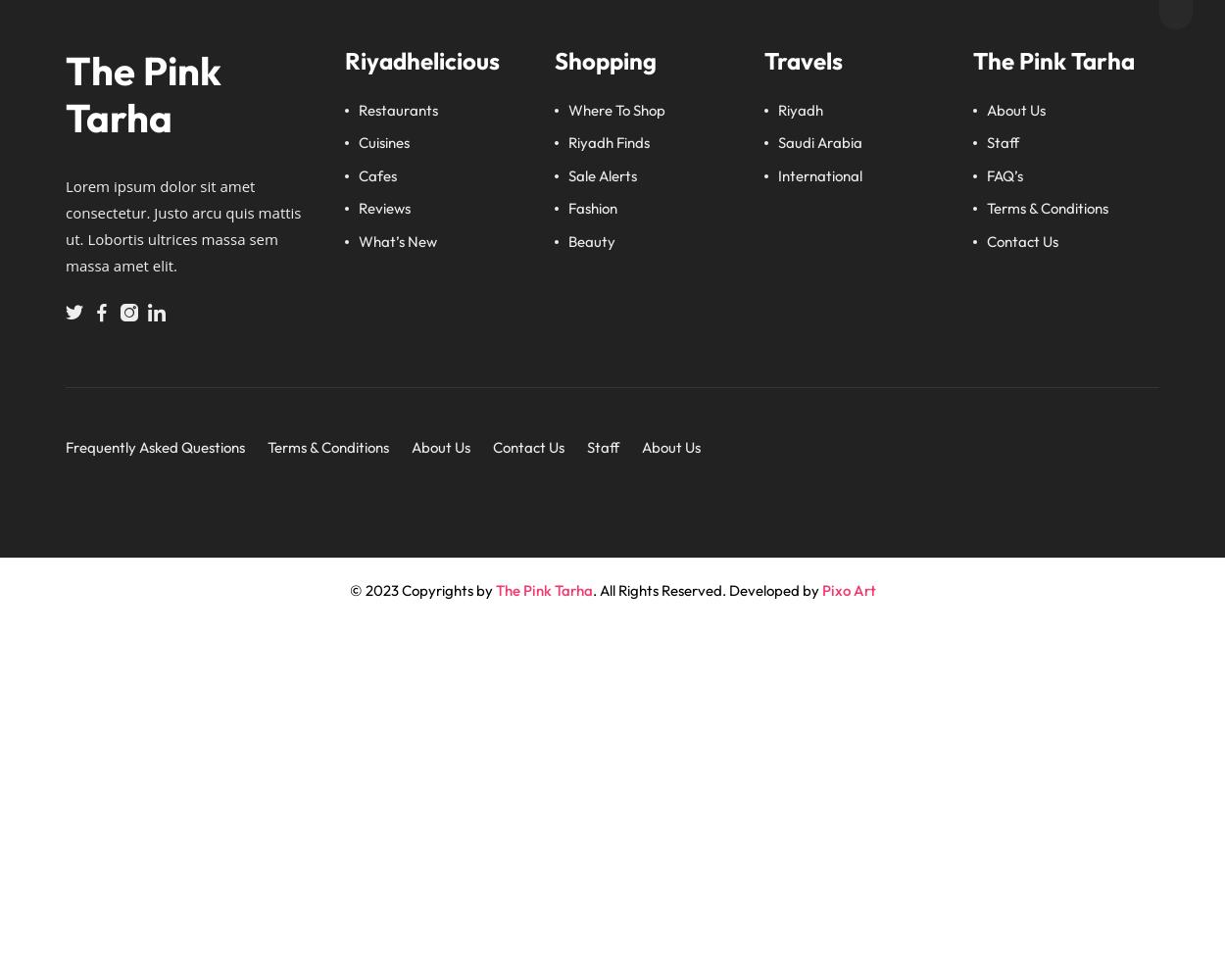 This screenshot has height=980, width=1225. I want to click on 'Frequently Asked Questions', so click(155, 446).